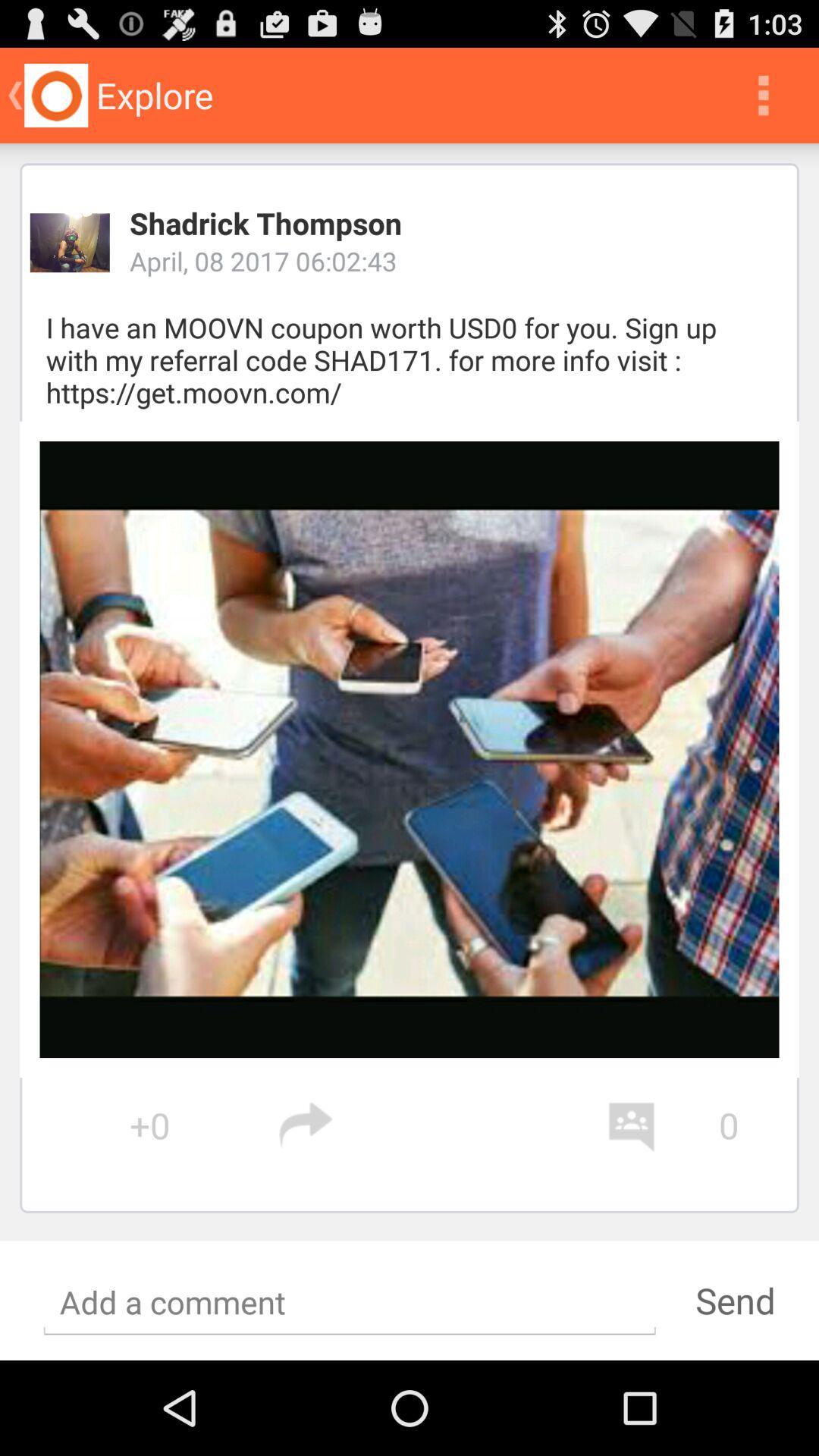 The height and width of the screenshot is (1456, 819). What do you see at coordinates (409, 749) in the screenshot?
I see `icon at the center` at bounding box center [409, 749].